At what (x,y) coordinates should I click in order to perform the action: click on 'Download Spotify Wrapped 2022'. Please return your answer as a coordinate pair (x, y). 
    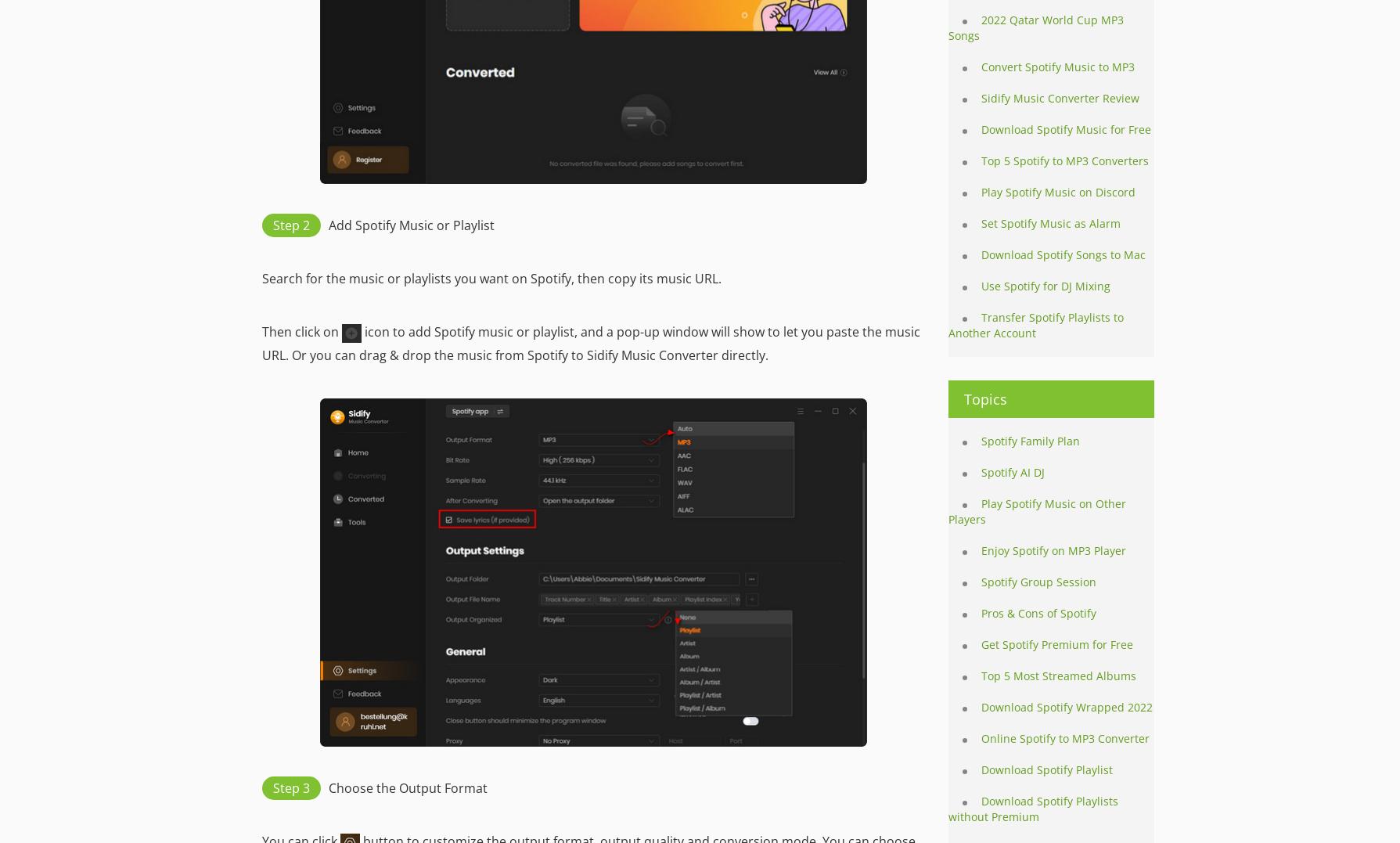
    Looking at the image, I should click on (981, 707).